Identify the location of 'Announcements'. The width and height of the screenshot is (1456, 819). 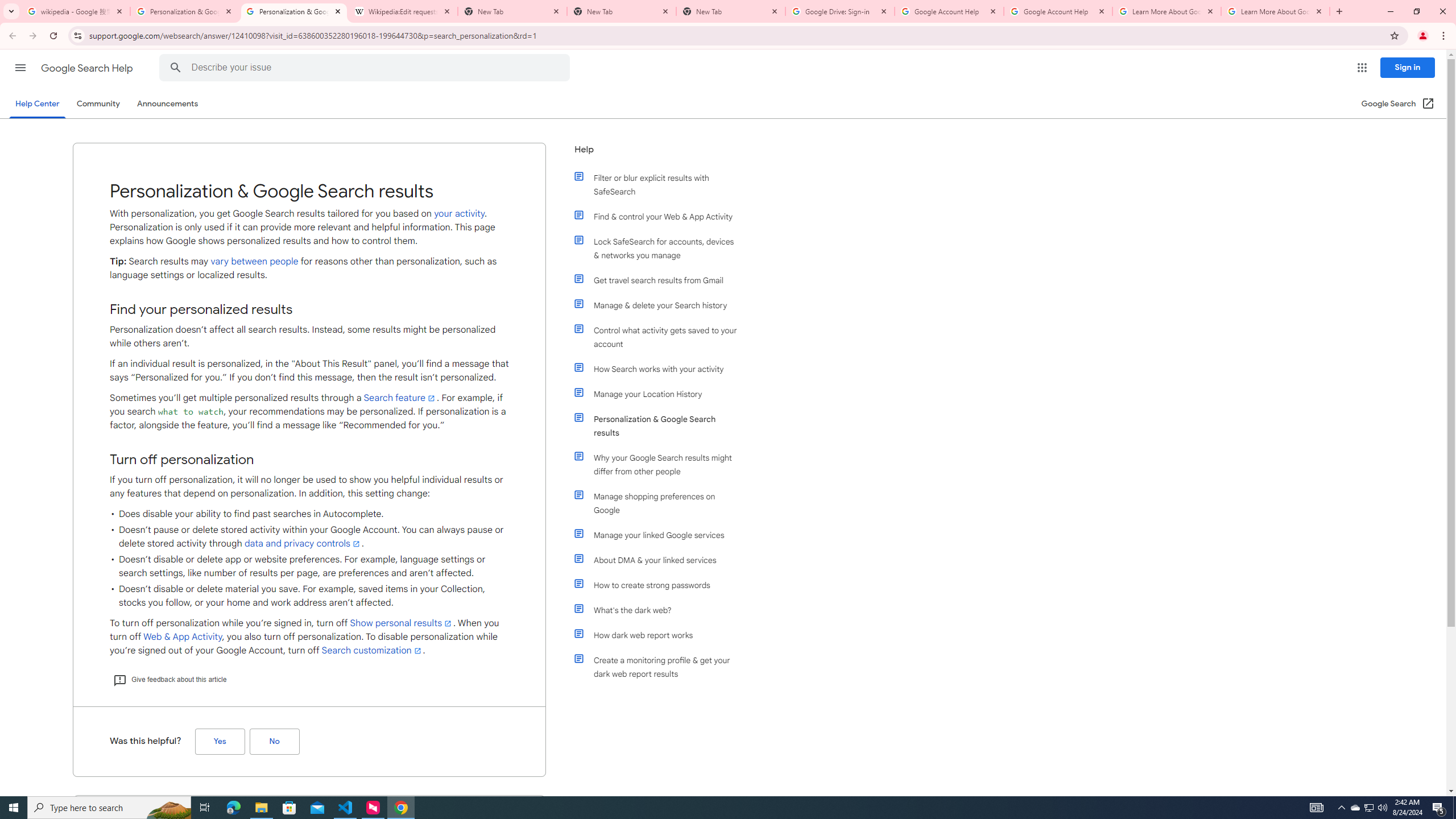
(167, 103).